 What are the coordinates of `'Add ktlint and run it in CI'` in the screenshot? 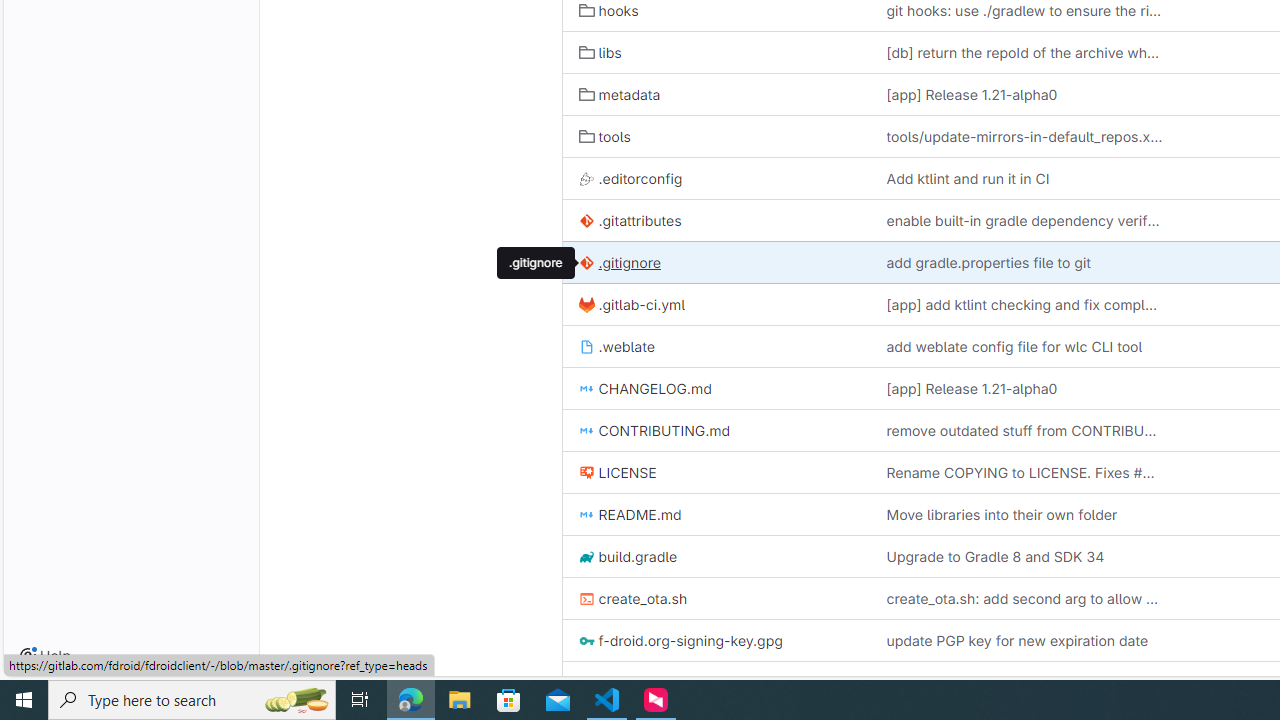 It's located at (1024, 177).